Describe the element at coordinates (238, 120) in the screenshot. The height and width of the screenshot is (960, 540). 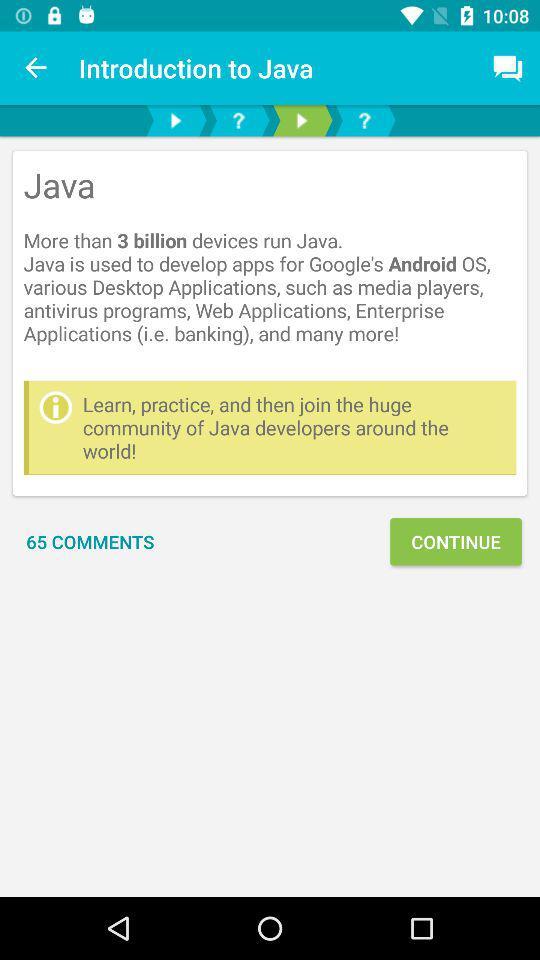
I see `opens the help tab` at that location.